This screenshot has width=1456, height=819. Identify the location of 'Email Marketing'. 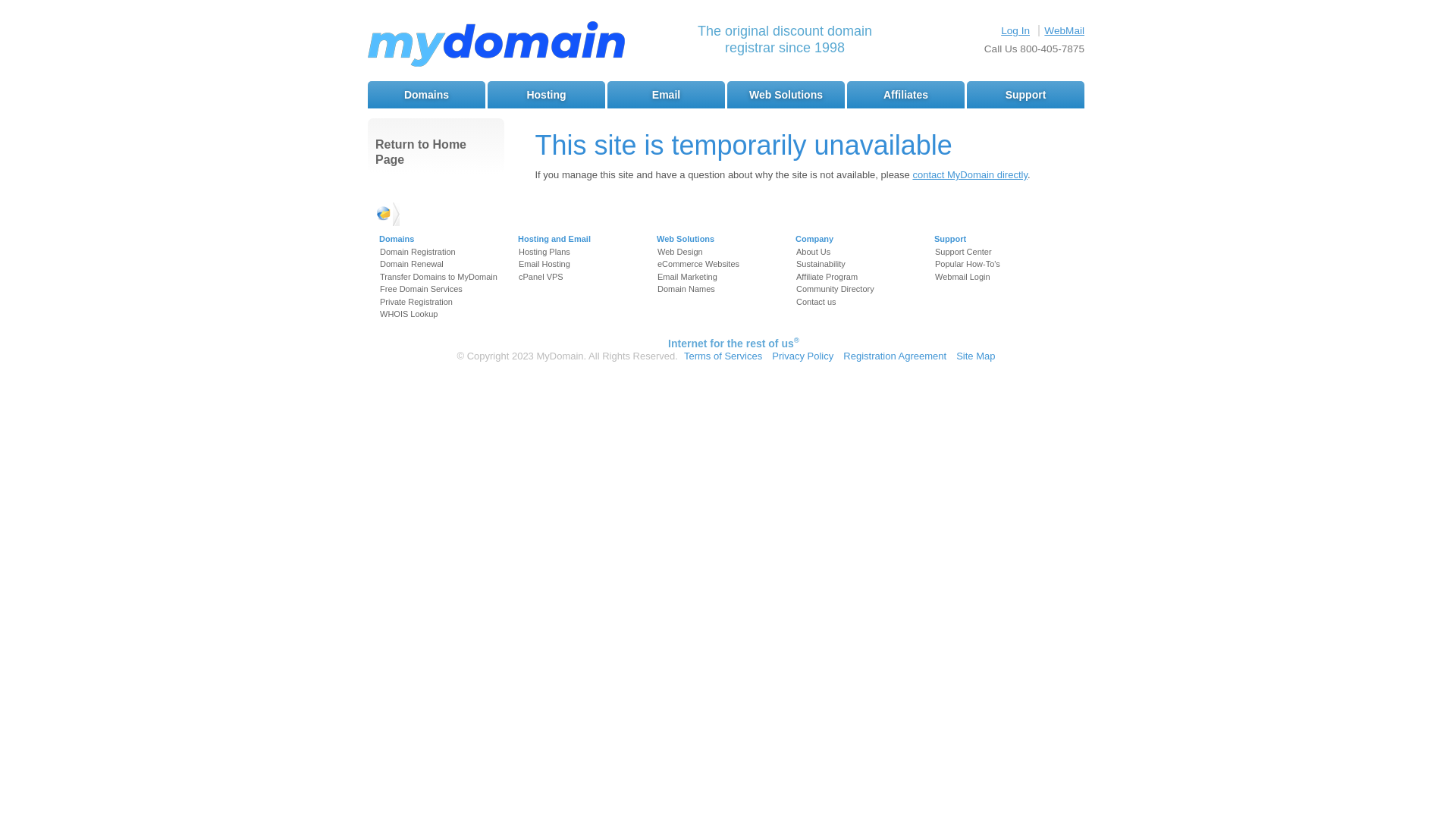
(686, 277).